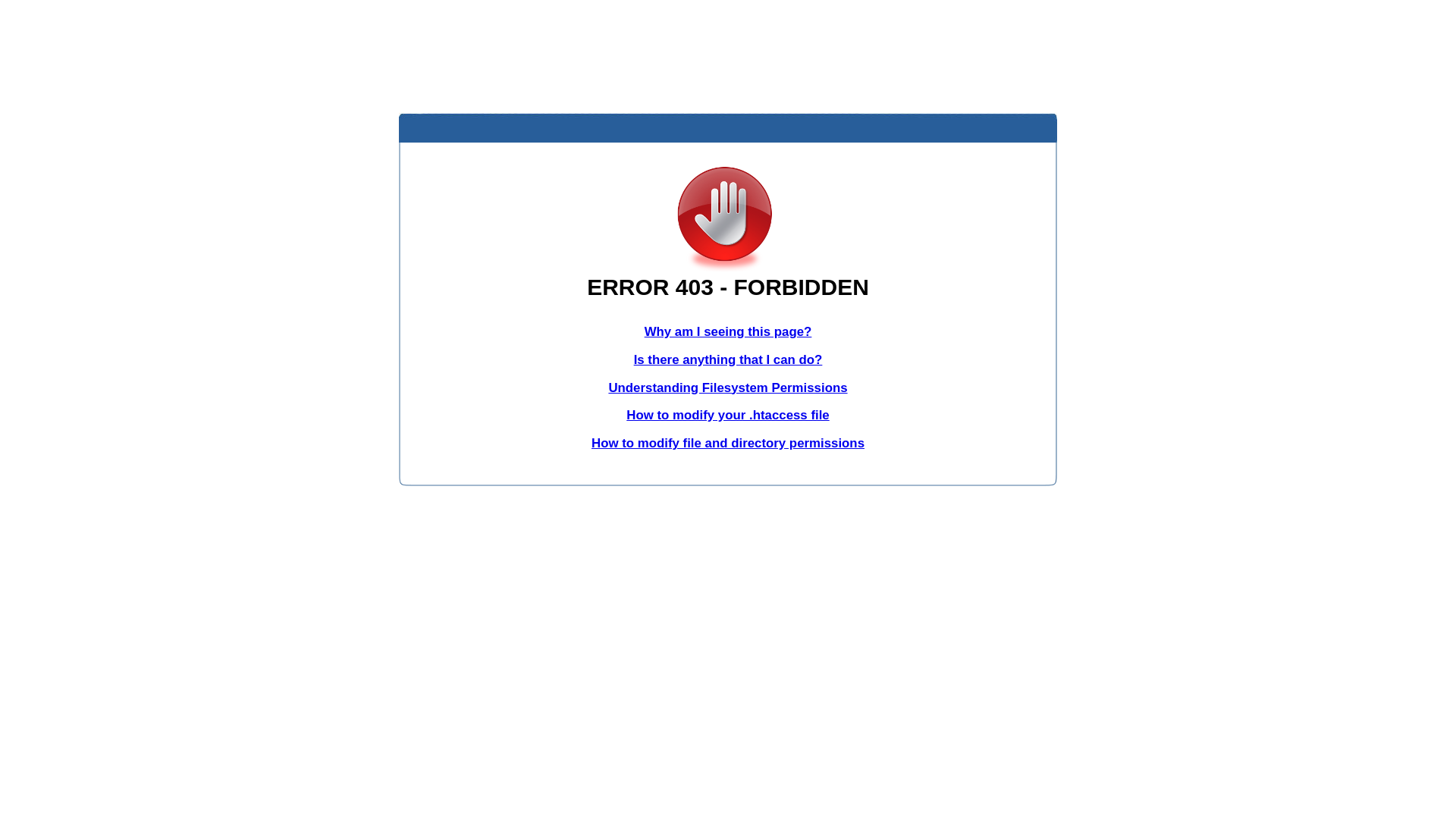 Image resolution: width=1456 pixels, height=819 pixels. Describe the element at coordinates (728, 359) in the screenshot. I see `'Is there anything that I can do?'` at that location.